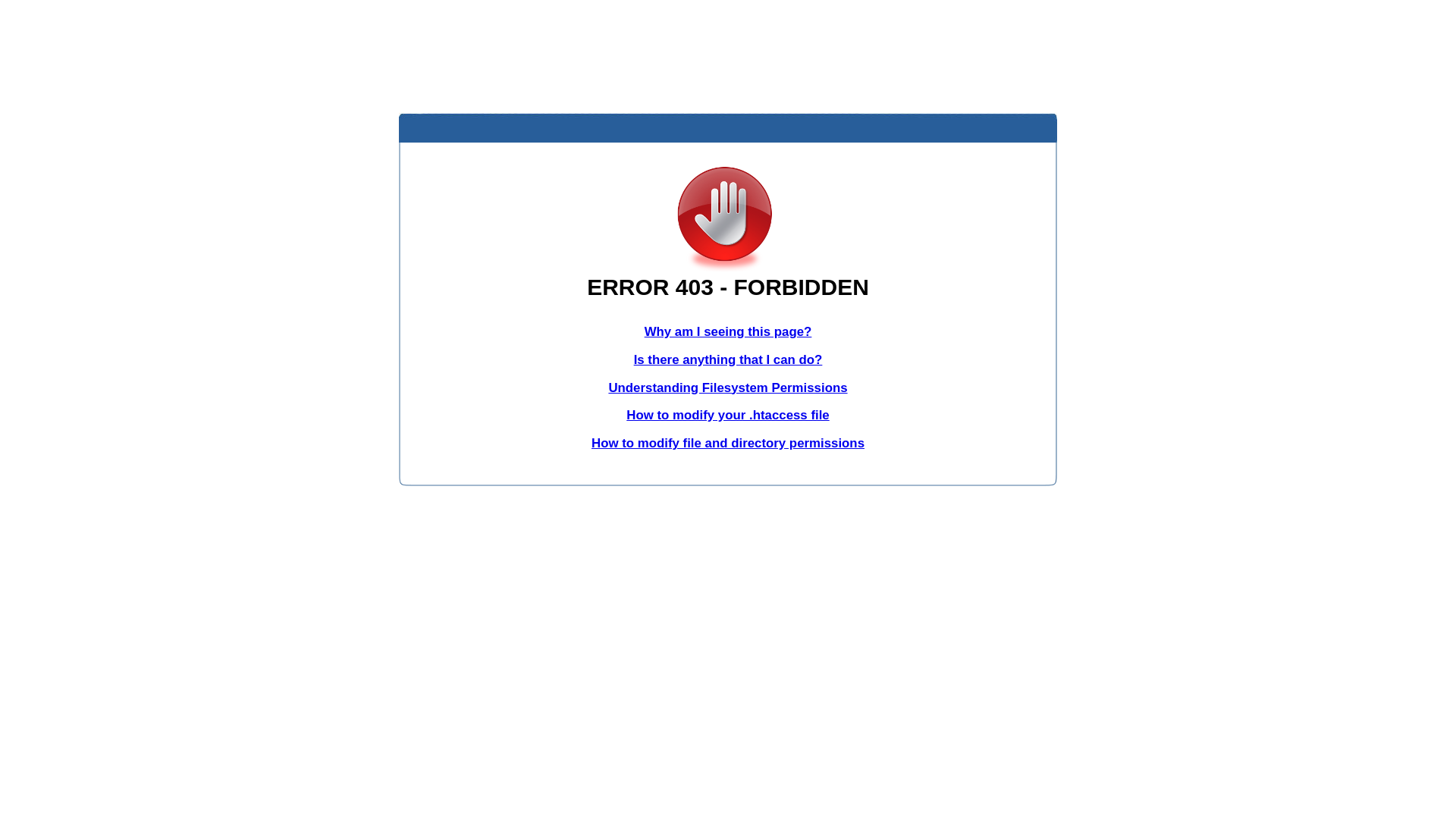 Image resolution: width=1456 pixels, height=819 pixels. Describe the element at coordinates (728, 359) in the screenshot. I see `'Is there anything that I can do?'` at that location.